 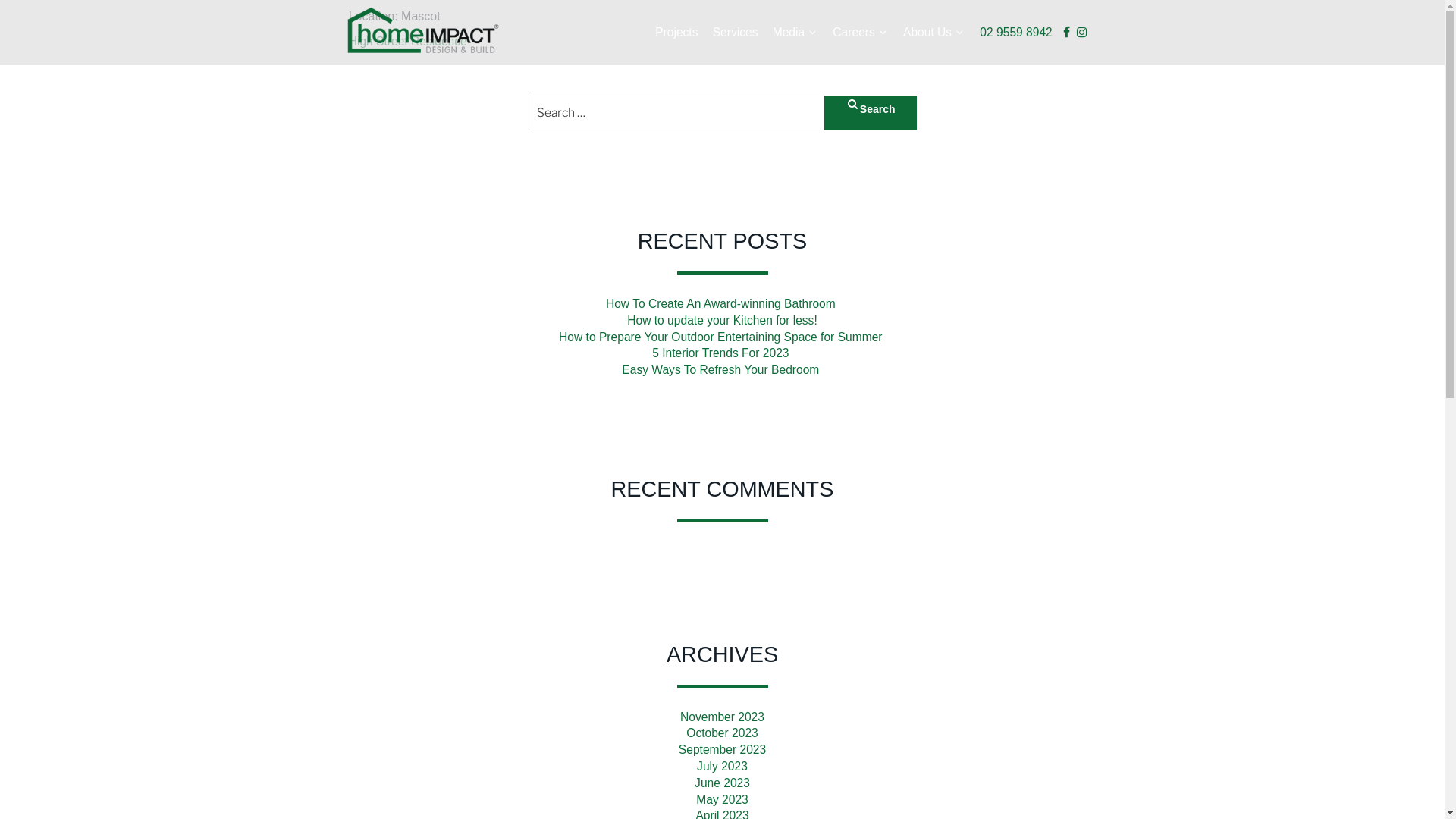 I want to click on 'How To Create An Award-winning Bathroom ', so click(x=721, y=303).